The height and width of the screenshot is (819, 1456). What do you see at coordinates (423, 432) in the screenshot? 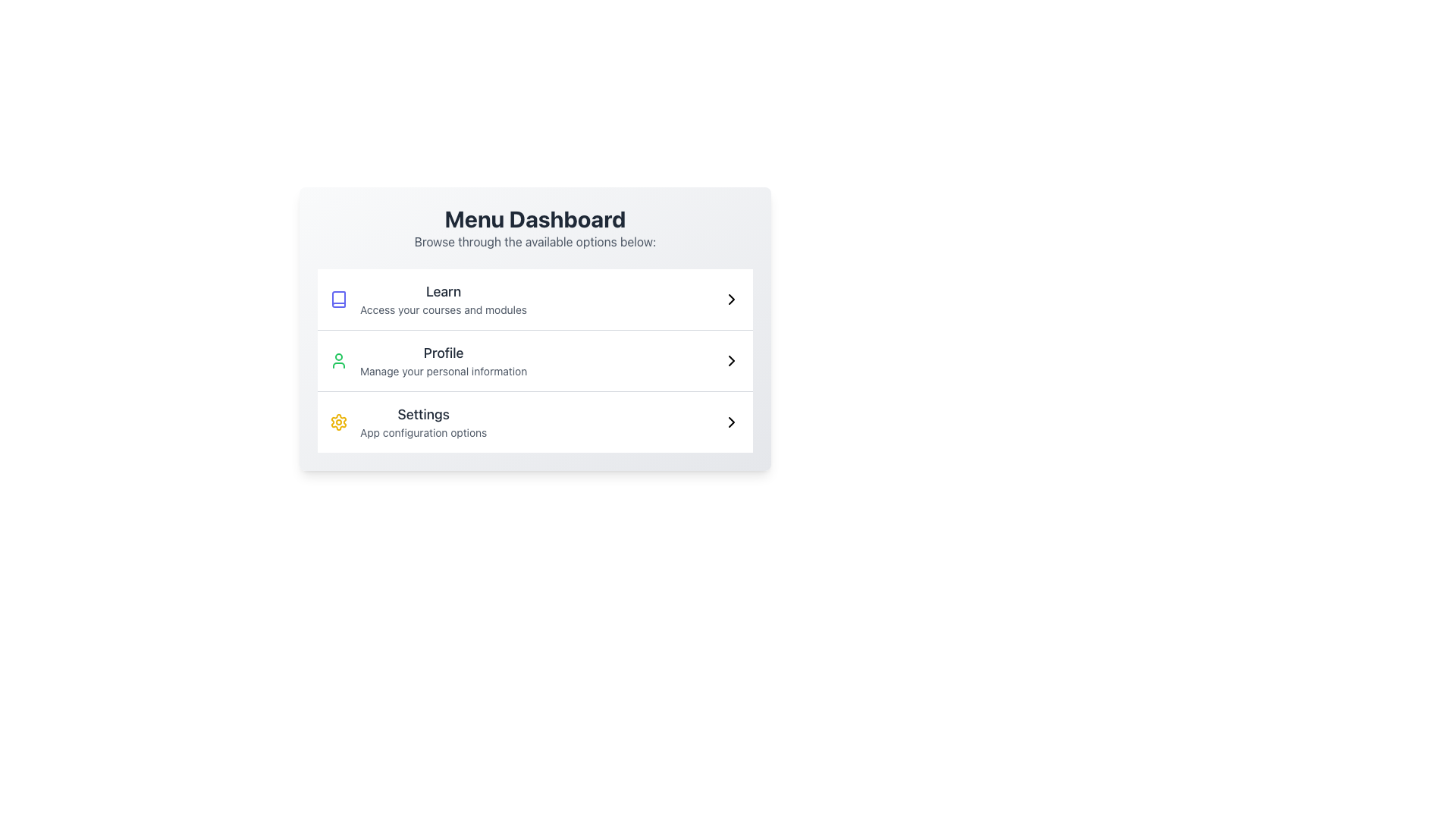
I see `the descriptive subtitle for the 'Settings' option, which is located directly beneath the 'Settings' text in the menu interface` at bounding box center [423, 432].